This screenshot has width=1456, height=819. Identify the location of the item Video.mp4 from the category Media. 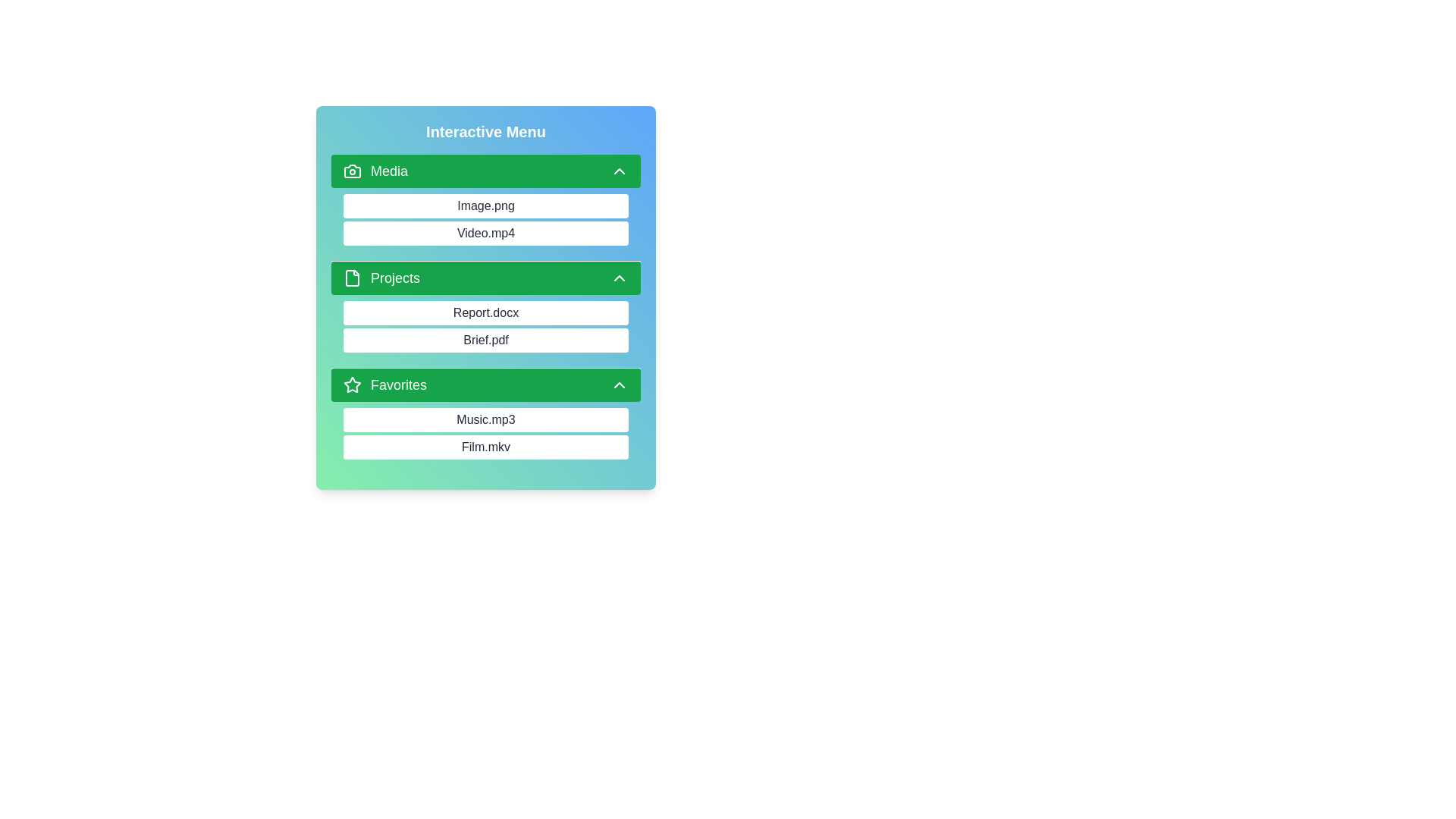
(342, 234).